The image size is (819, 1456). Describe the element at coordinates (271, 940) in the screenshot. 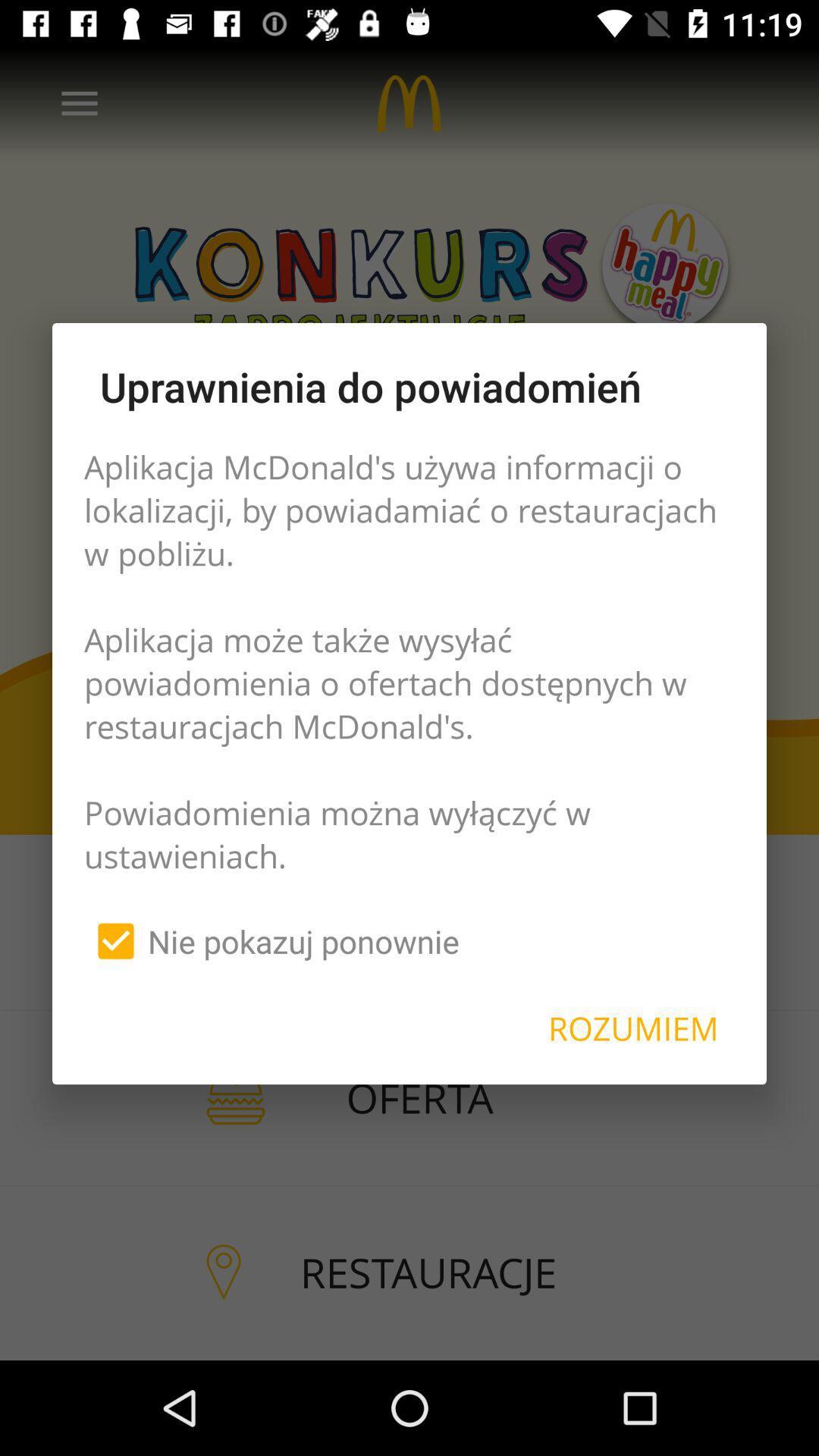

I see `item on the left` at that location.